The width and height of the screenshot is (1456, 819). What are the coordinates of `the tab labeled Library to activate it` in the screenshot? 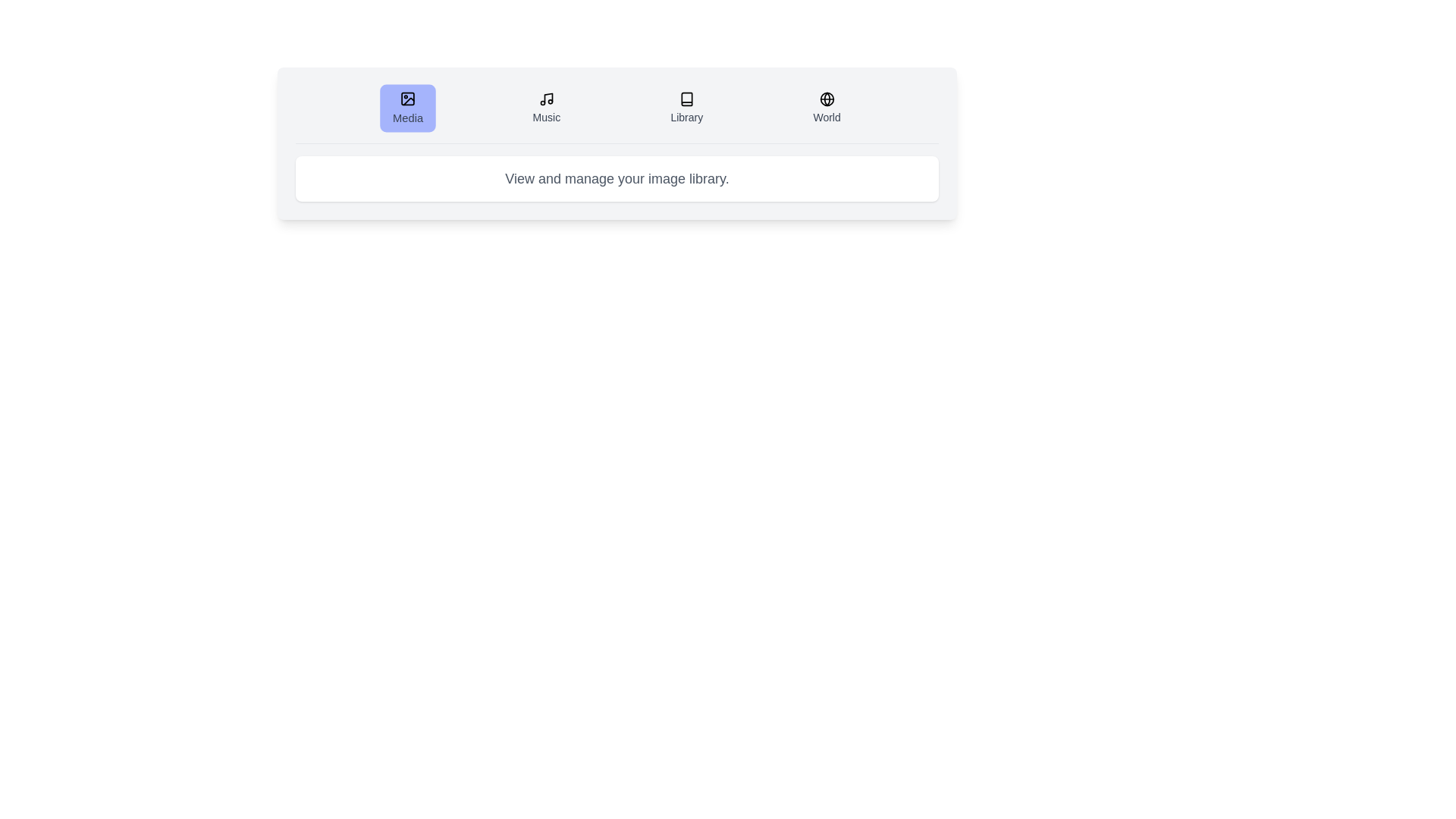 It's located at (686, 107).